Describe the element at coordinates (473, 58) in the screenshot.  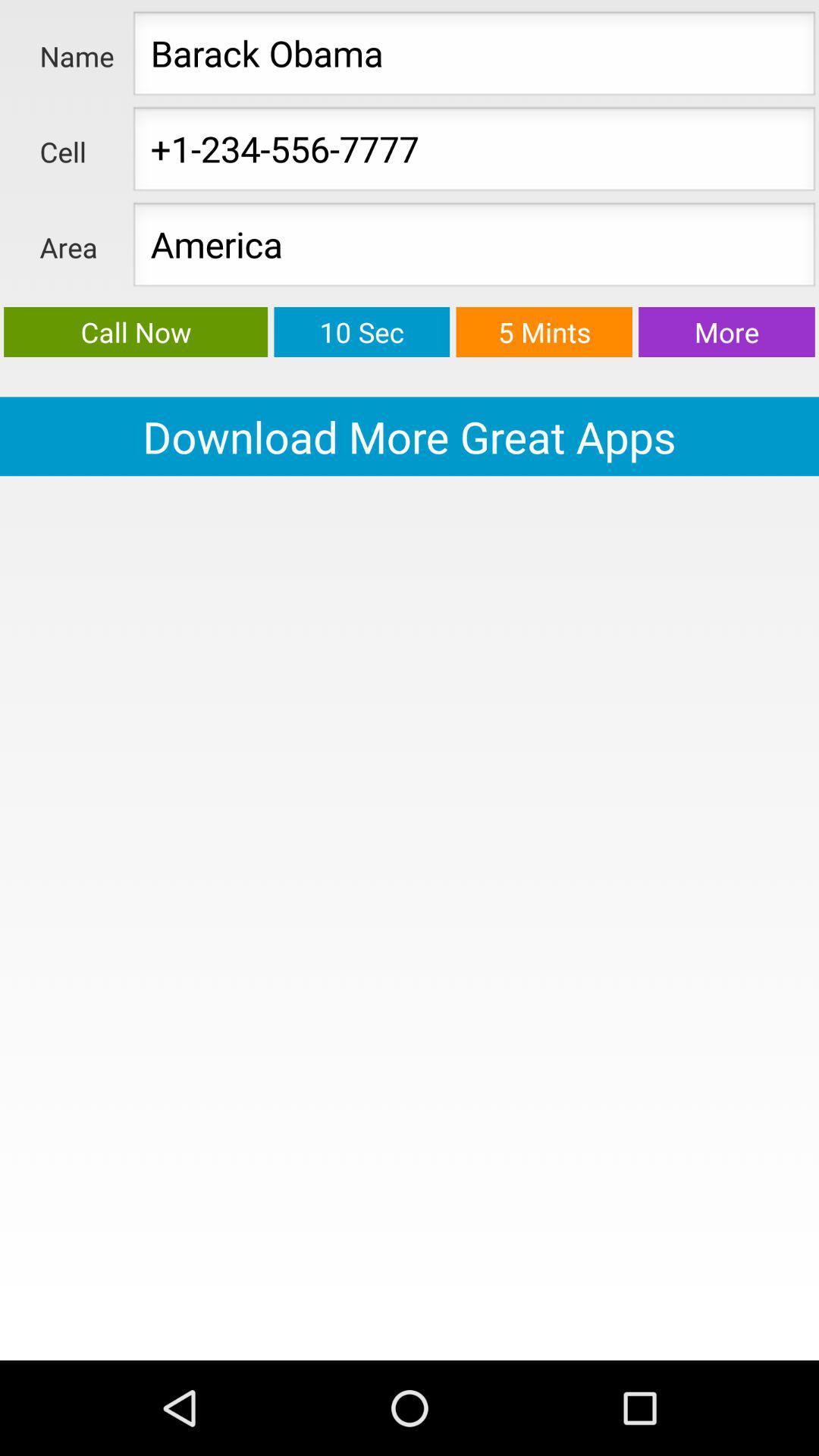
I see `enter the text field next to the name` at that location.